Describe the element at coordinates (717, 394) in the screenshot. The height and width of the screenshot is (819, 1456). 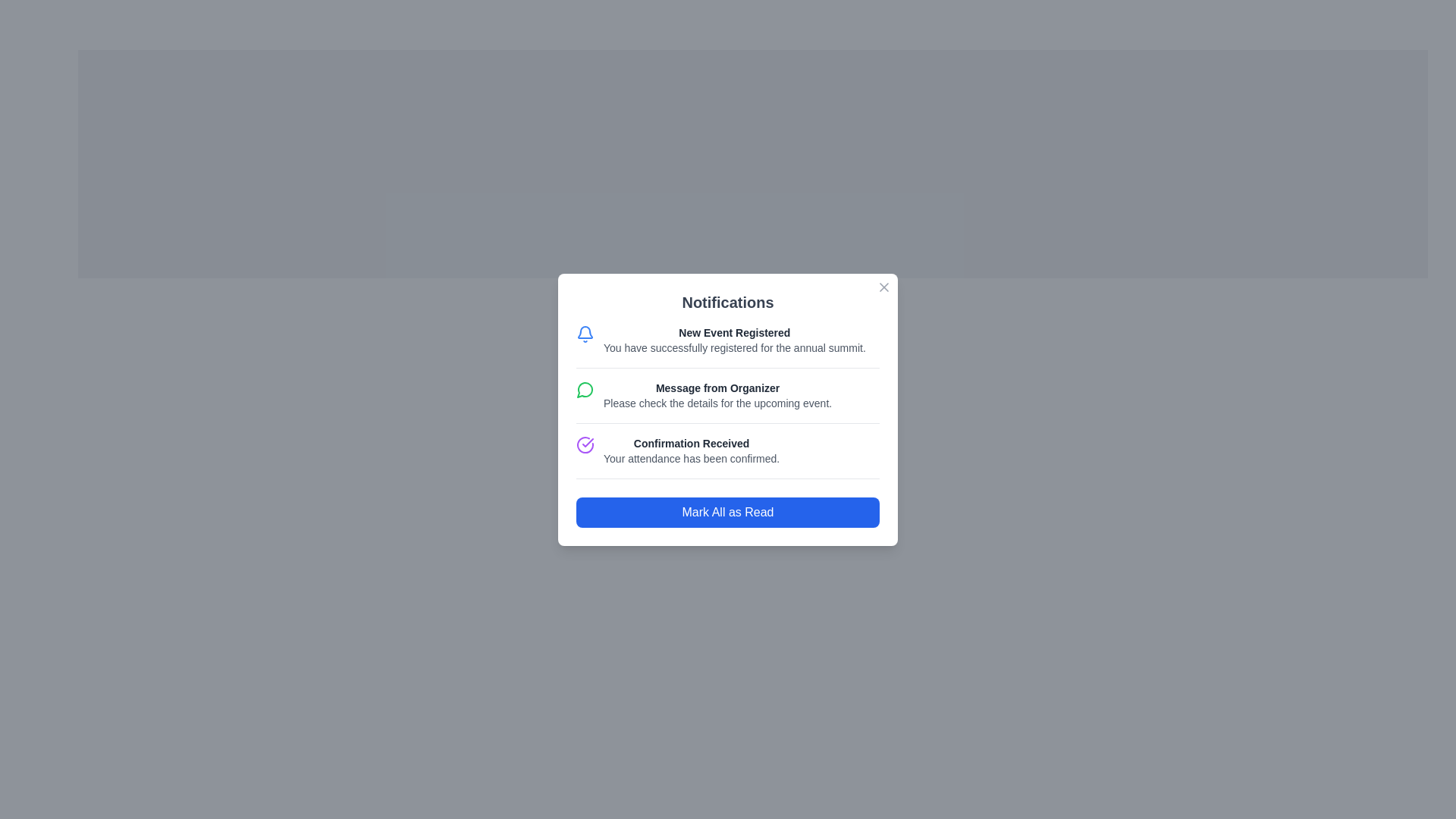
I see `the text block displaying 'Message from Organizer.' which is centrally located in the notifications popup window between 'New Event Registered' and 'Confirmation Received.'` at that location.